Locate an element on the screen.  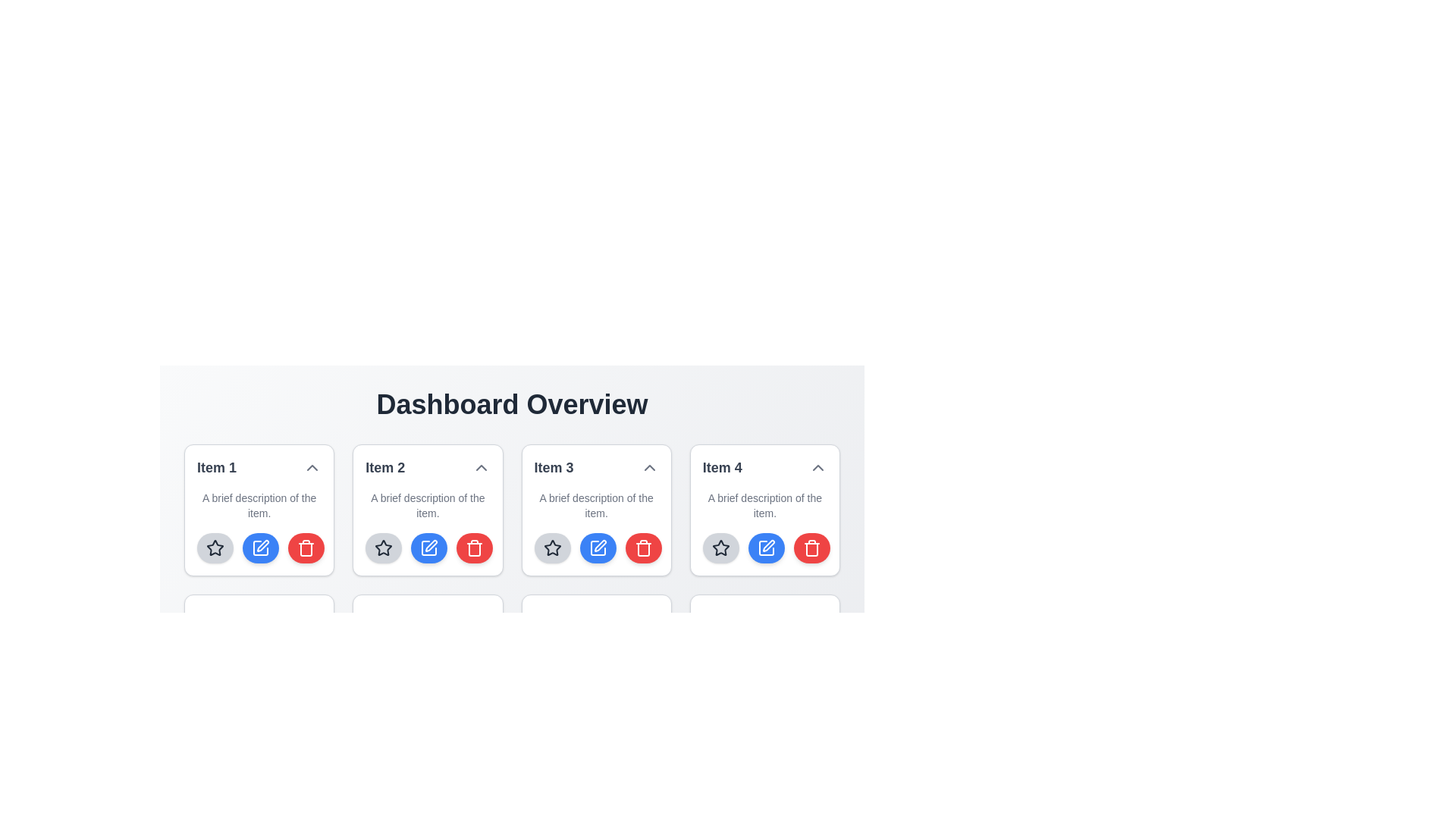
the upward chevron icon located at the top-right corner of the 'Item 4' card is located at coordinates (817, 467).